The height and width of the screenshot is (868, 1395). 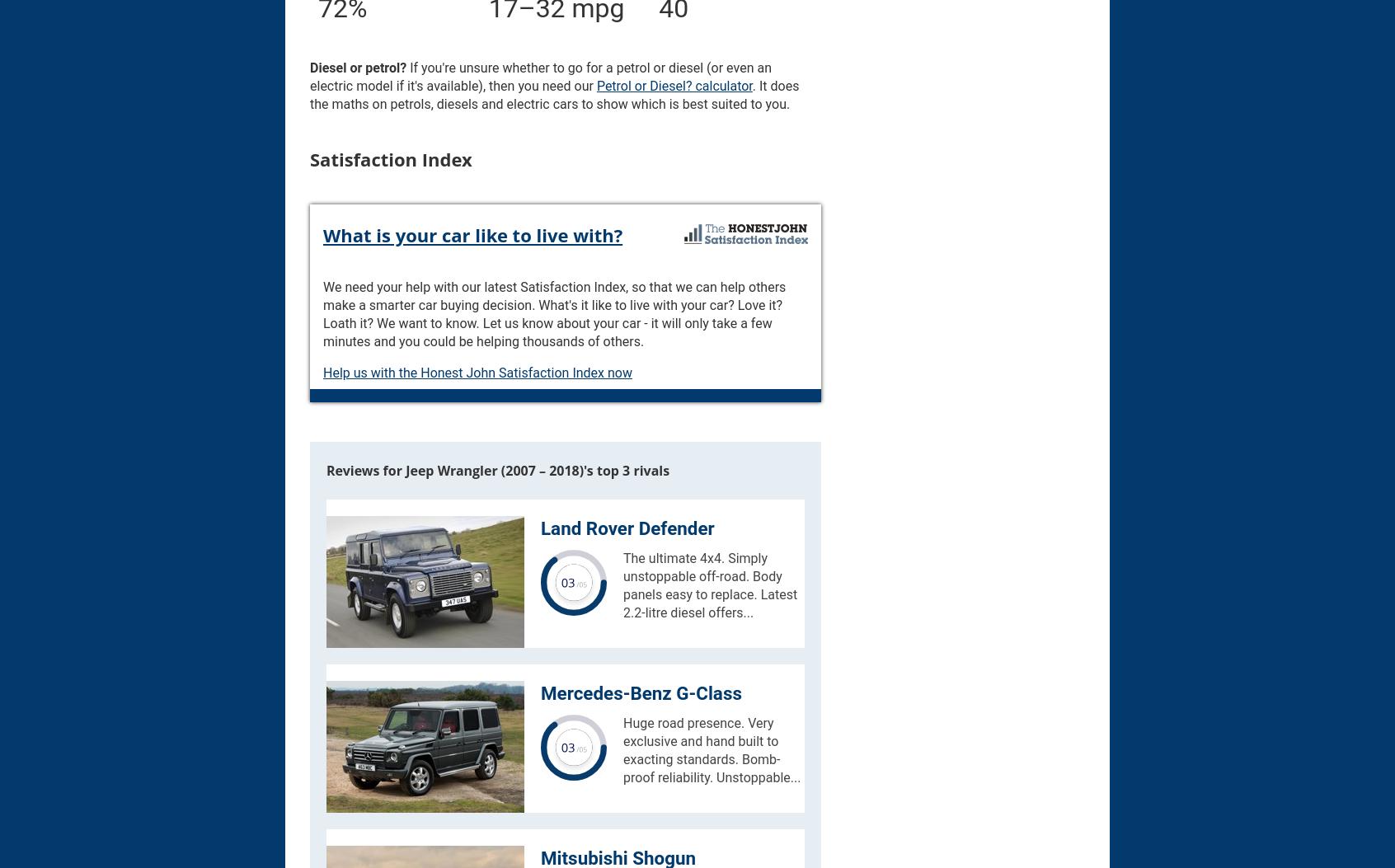 What do you see at coordinates (357, 67) in the screenshot?
I see `'Diesel or petrol?'` at bounding box center [357, 67].